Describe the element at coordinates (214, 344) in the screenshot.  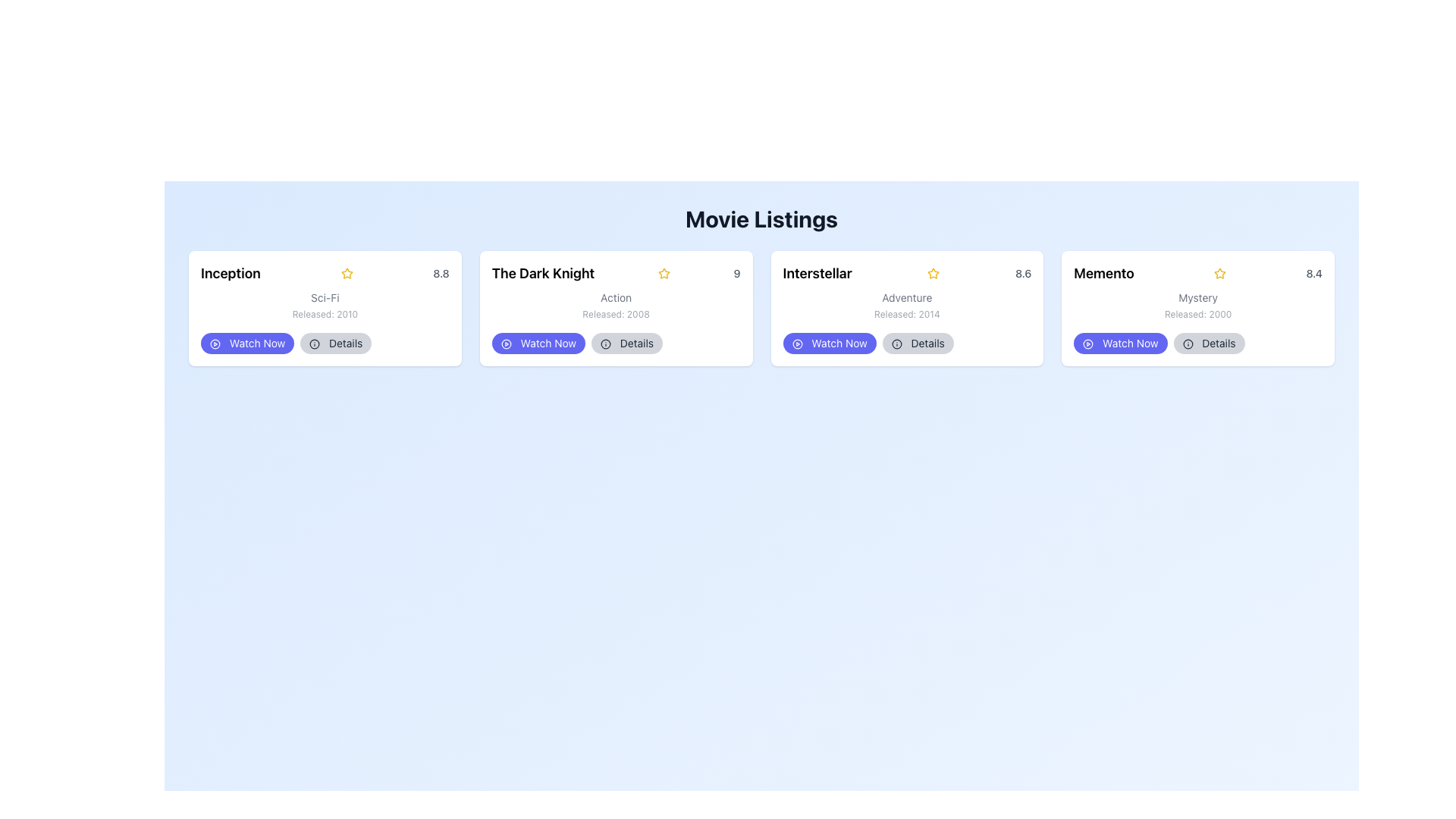
I see `the button labeled 'Watch Now' that contains a small circular icon with a right-pointing triangular play symbol, located to the left of the text` at that location.